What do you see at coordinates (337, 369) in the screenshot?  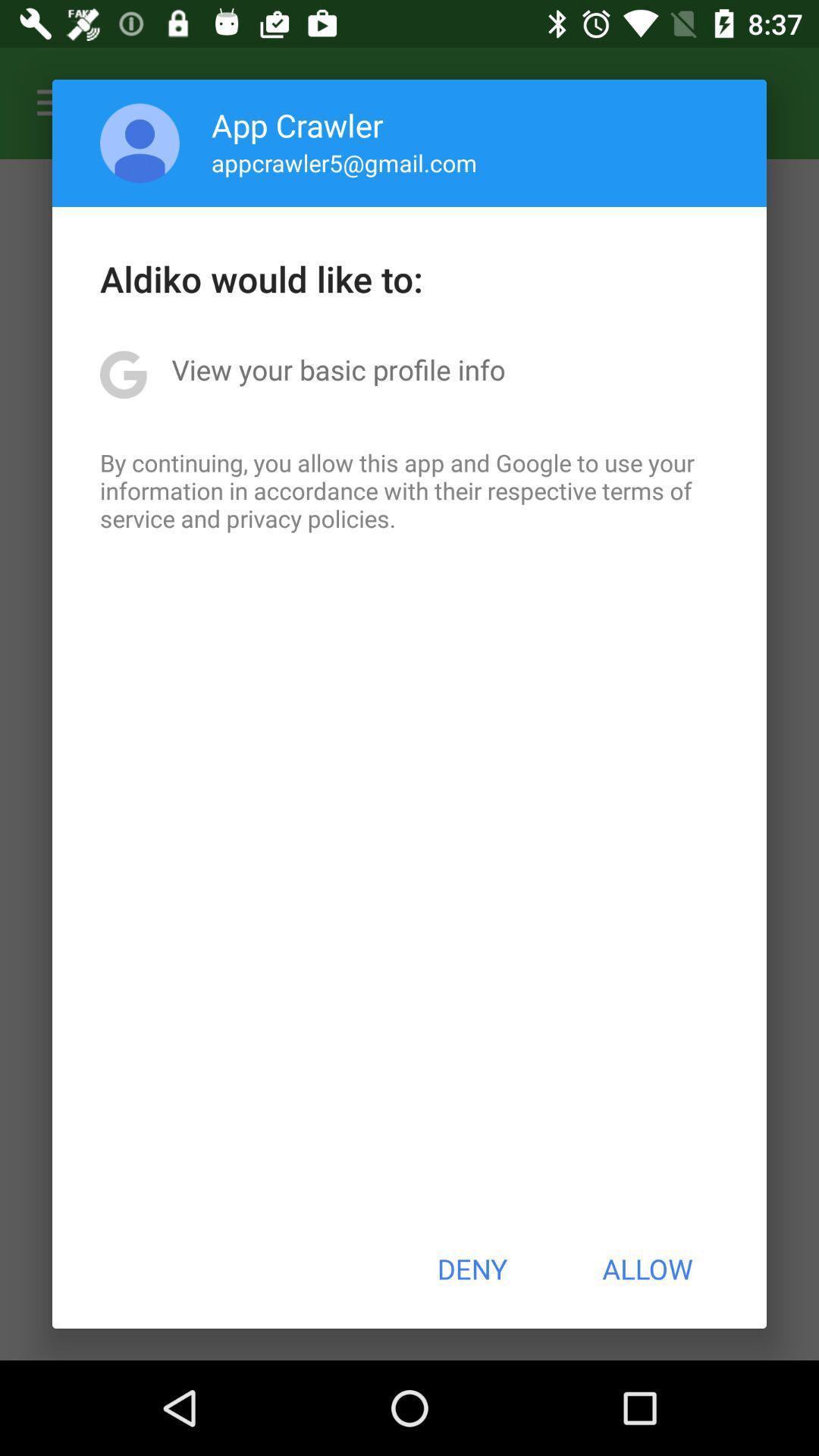 I see `app below the aldiko would like item` at bounding box center [337, 369].